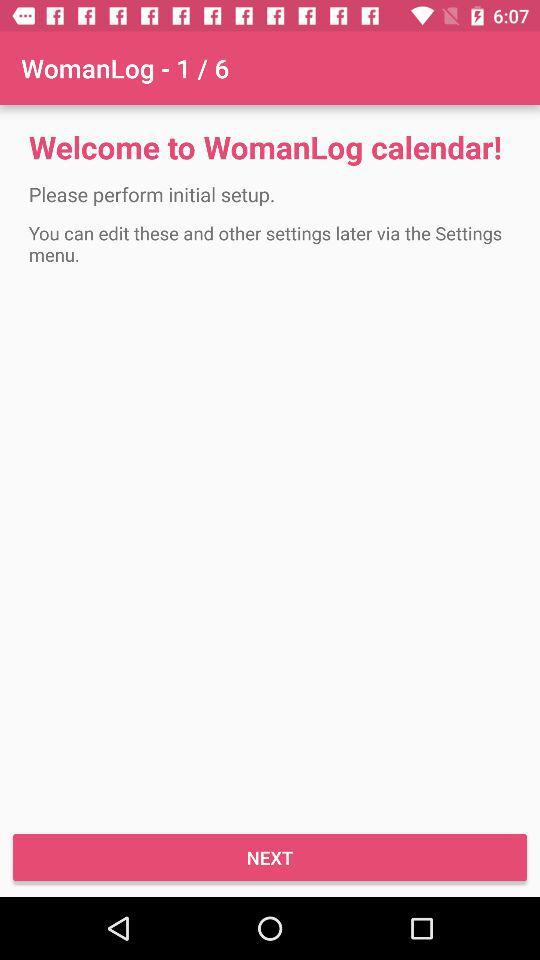 The height and width of the screenshot is (960, 540). What do you see at coordinates (270, 856) in the screenshot?
I see `next item` at bounding box center [270, 856].